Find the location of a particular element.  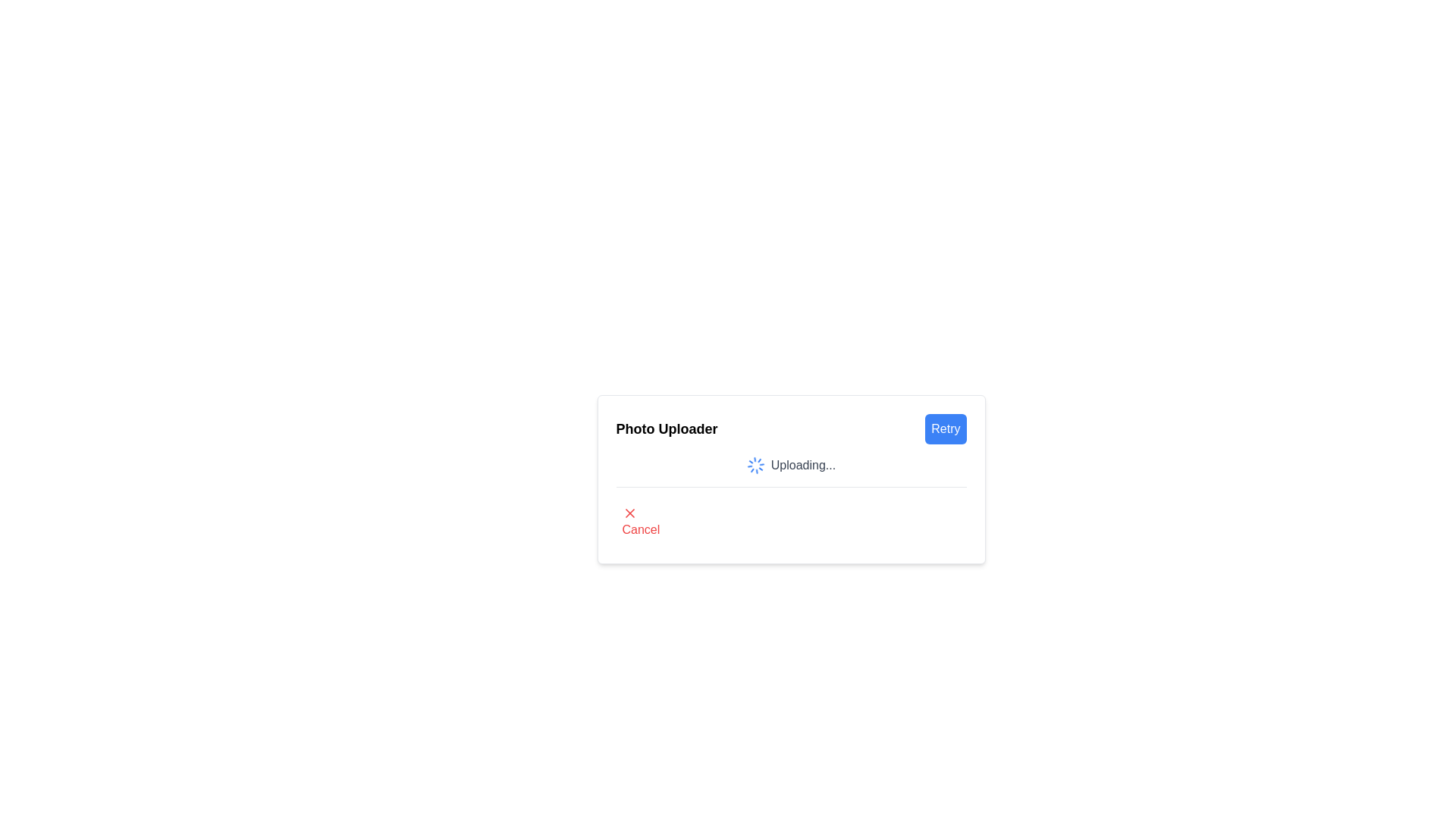

the 'Photo Uploader' text label, which is prominently styled in bold and serves as a significant header in the interface is located at coordinates (667, 429).